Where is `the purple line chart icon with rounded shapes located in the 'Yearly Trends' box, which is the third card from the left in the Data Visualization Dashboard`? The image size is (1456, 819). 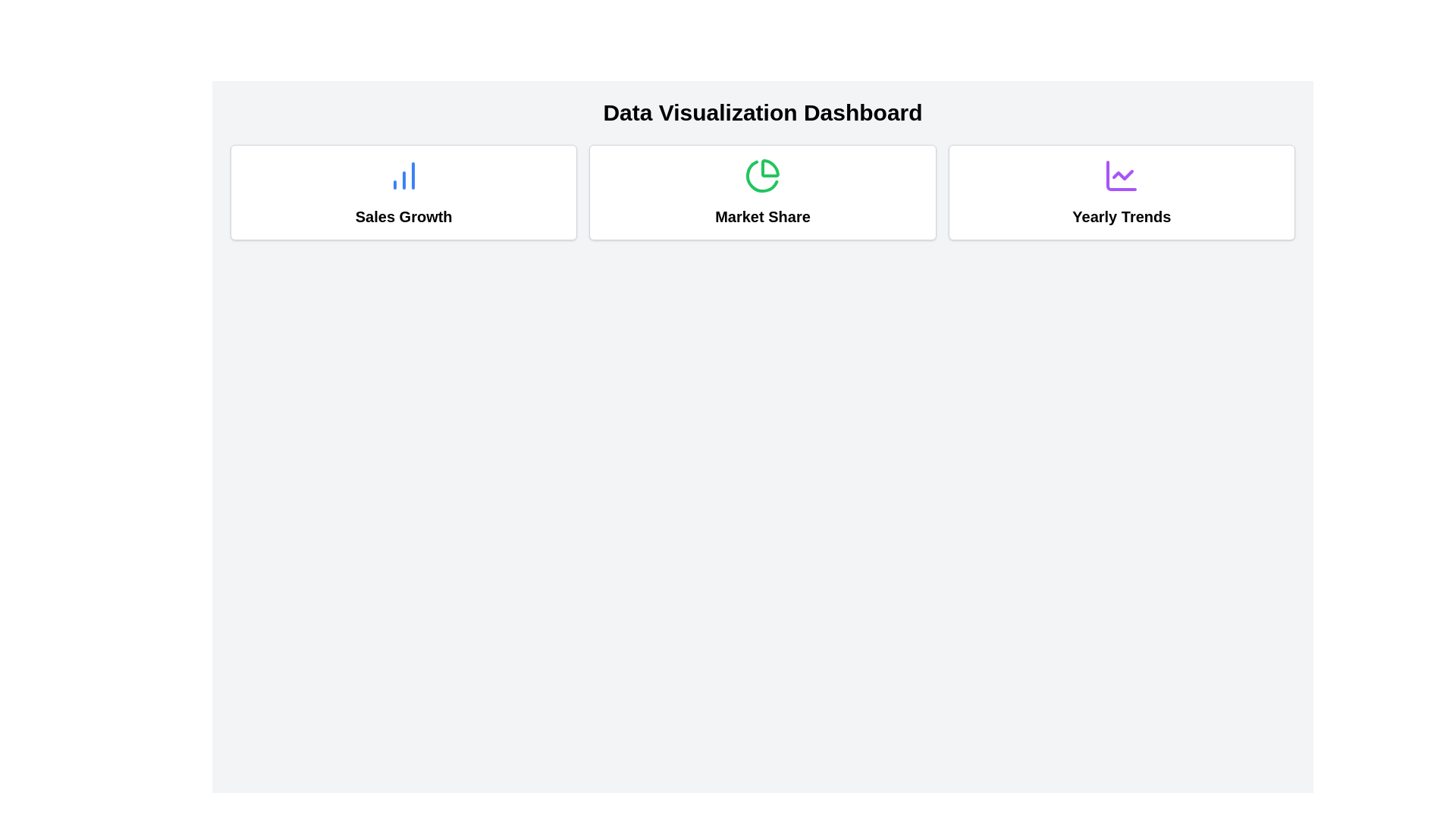
the purple line chart icon with rounded shapes located in the 'Yearly Trends' box, which is the third card from the left in the Data Visualization Dashboard is located at coordinates (1122, 174).